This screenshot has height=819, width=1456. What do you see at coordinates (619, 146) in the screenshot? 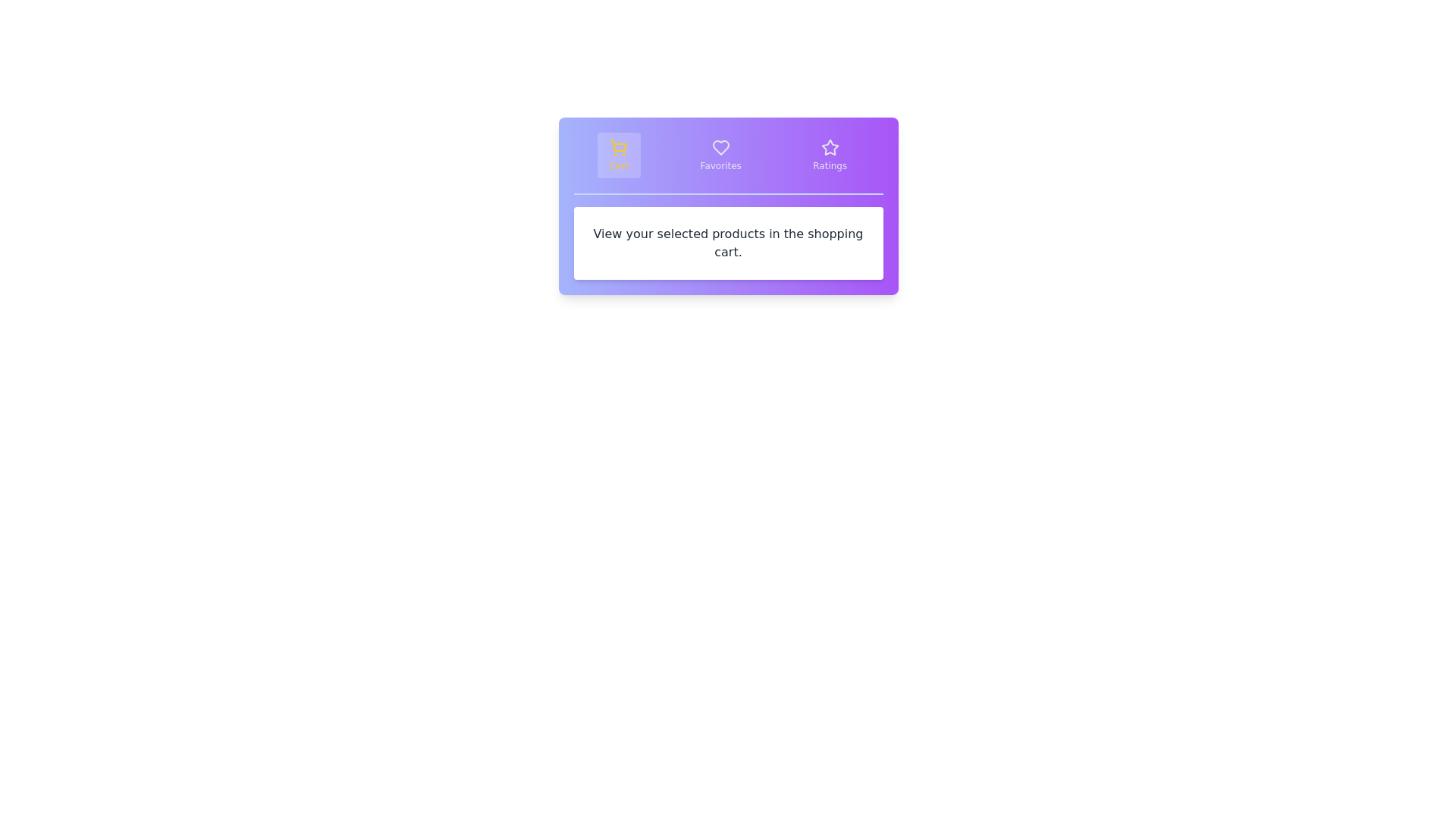
I see `the shopping cart icon in the navigation bar` at bounding box center [619, 146].